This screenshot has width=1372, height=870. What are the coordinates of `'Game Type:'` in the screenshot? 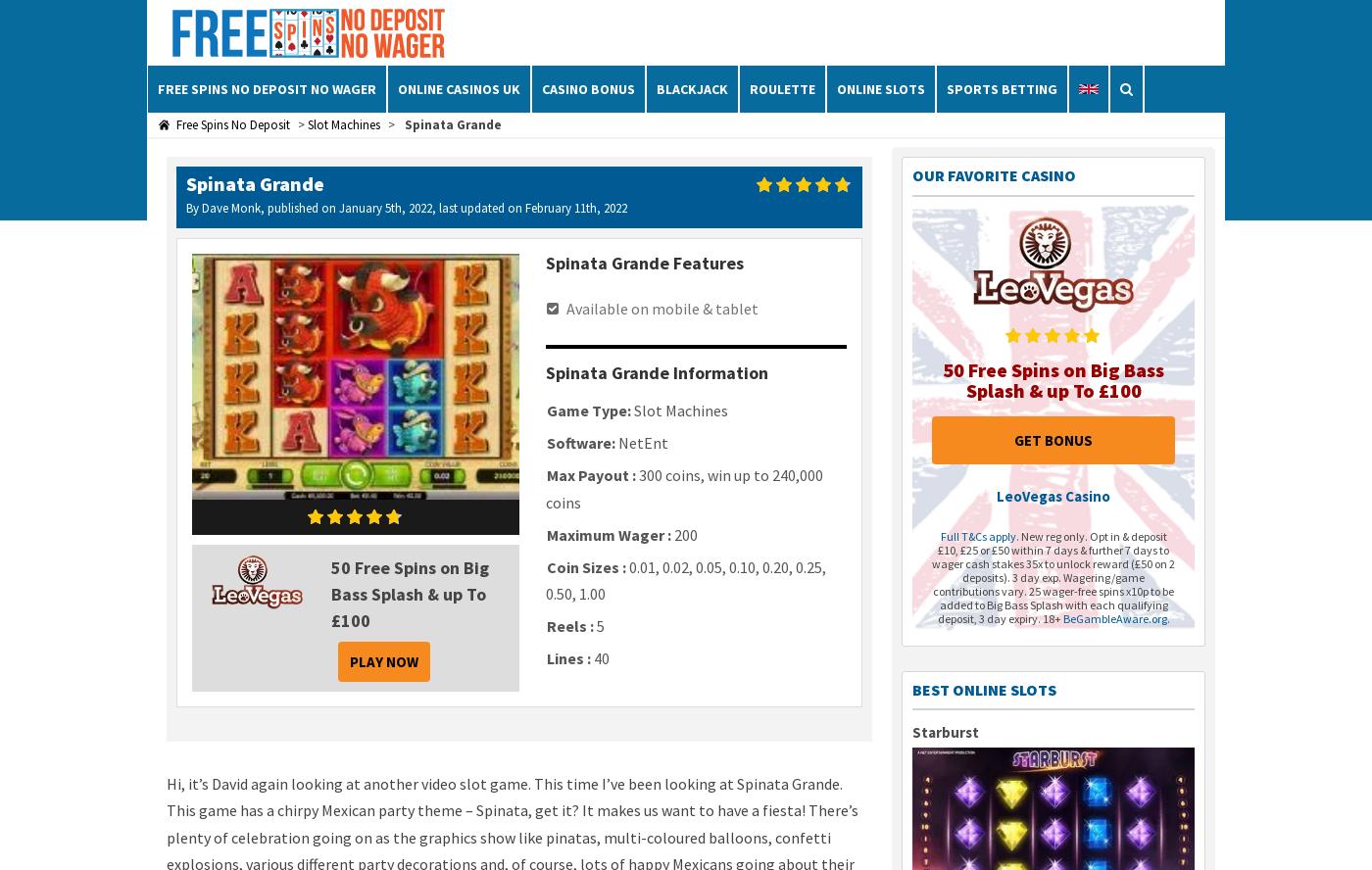 It's located at (590, 408).